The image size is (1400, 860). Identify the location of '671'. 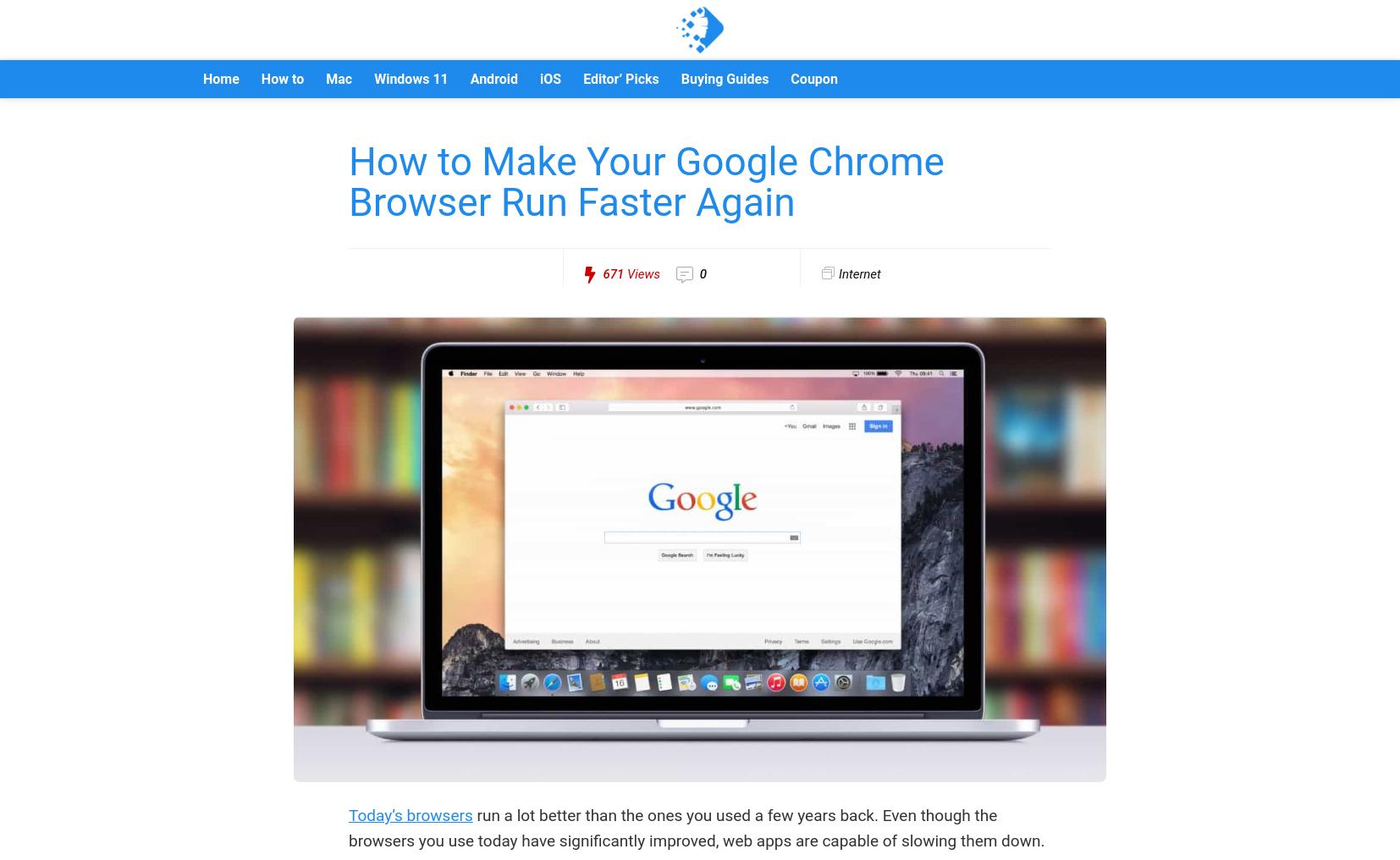
(613, 274).